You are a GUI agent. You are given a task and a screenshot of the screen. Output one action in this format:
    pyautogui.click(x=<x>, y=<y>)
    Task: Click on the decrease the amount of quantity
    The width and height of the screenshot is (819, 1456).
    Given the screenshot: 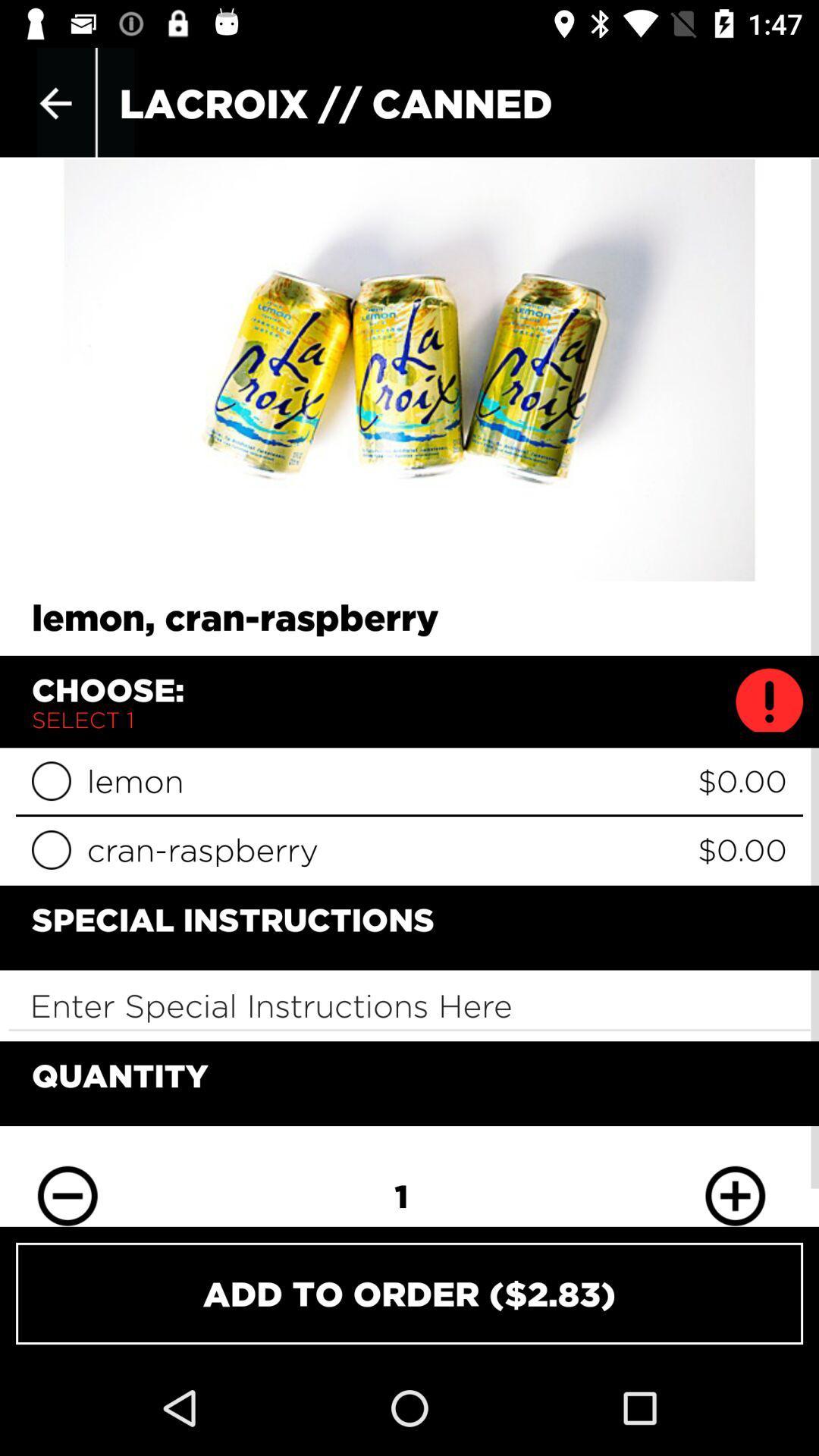 What is the action you would take?
    pyautogui.click(x=67, y=1185)
    